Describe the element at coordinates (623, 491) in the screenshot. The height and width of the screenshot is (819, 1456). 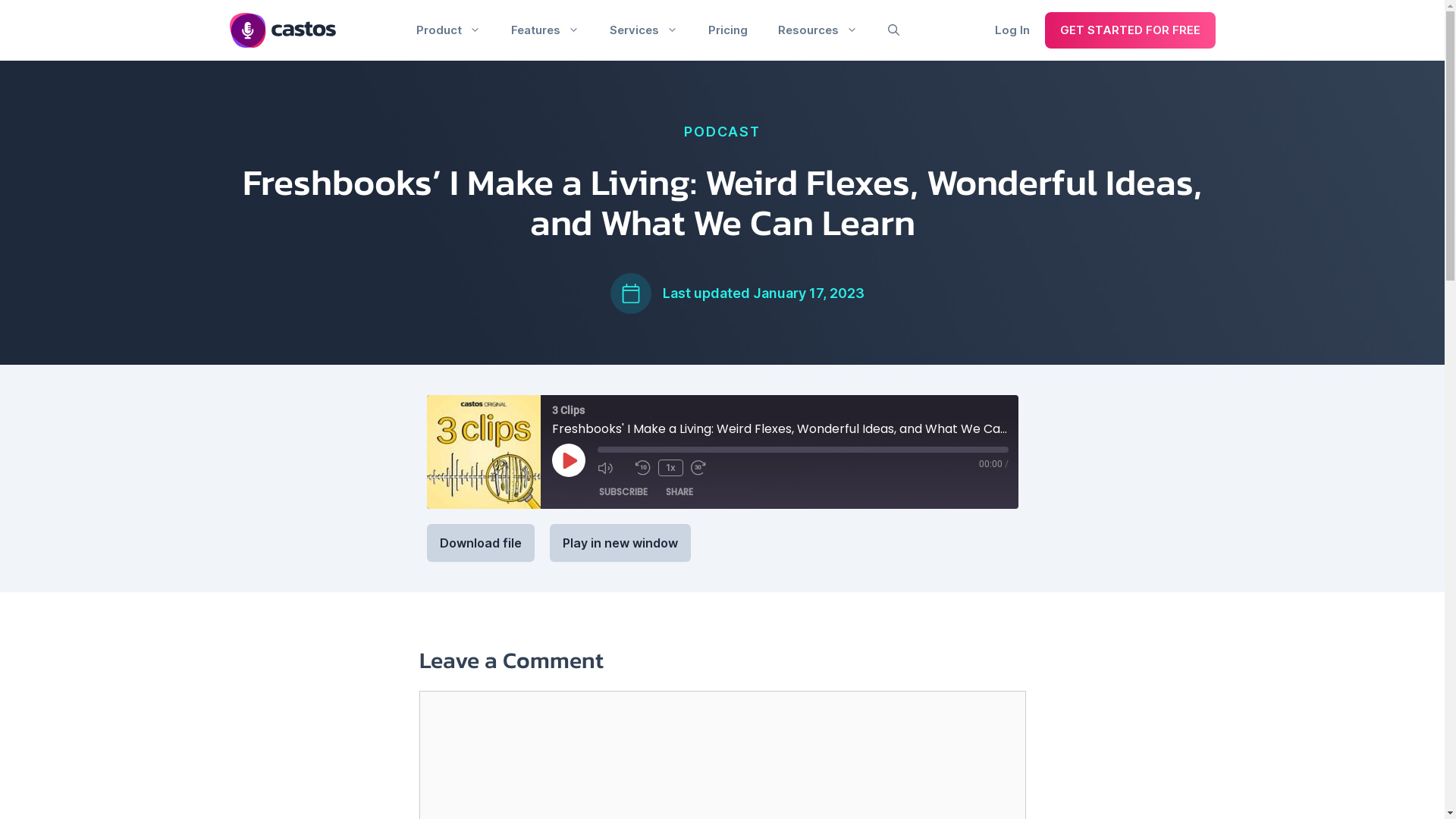
I see `'SUBSCRIBE'` at that location.